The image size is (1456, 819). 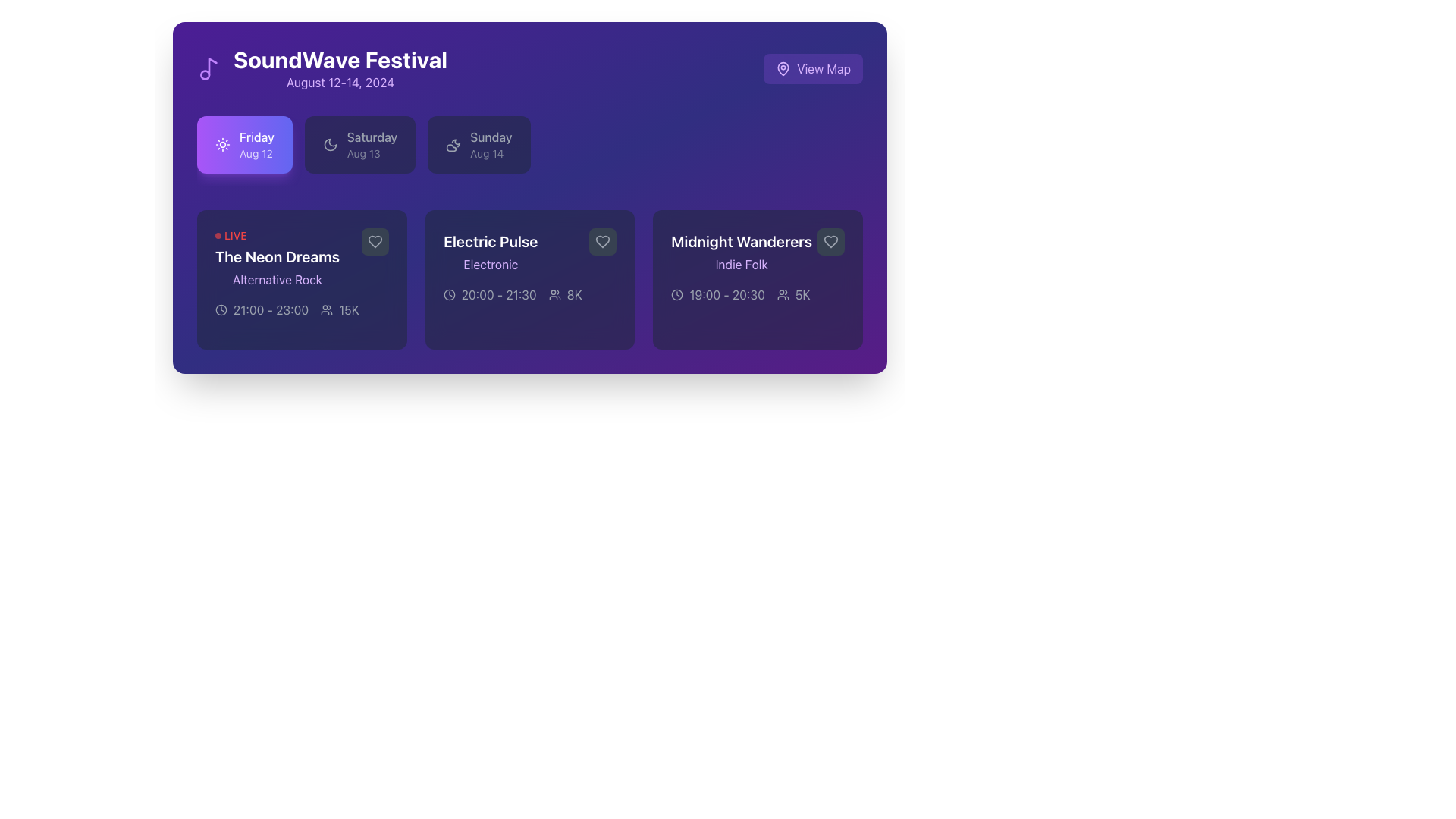 I want to click on the displayed number of attendees for the 'Electric Pulse' event located at the bottom-right corner of the event card, adjacent to the user icon, so click(x=573, y=295).